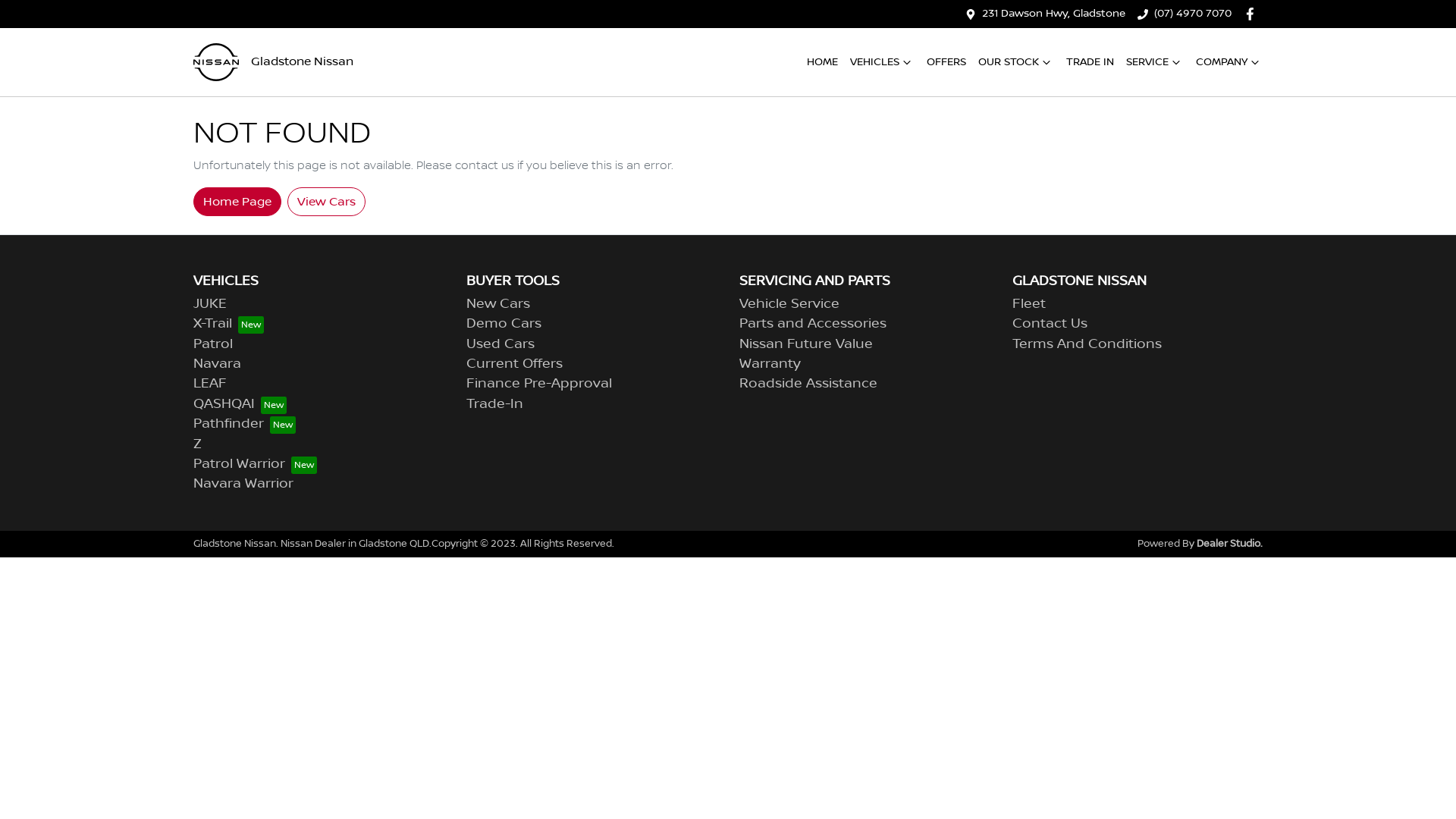 This screenshot has height=819, width=1456. What do you see at coordinates (212, 344) in the screenshot?
I see `'Patrol'` at bounding box center [212, 344].